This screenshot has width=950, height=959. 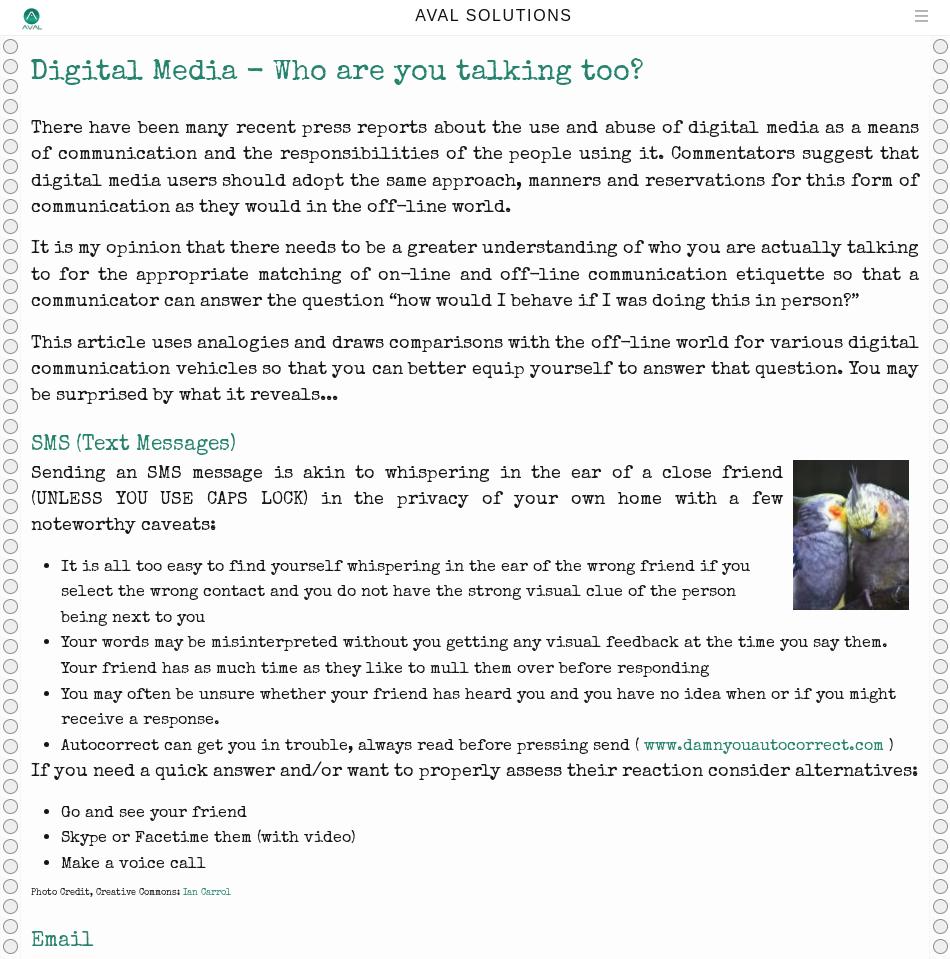 I want to click on 'Your words may be misinterpreted without you getting any visual feedback at the time you say them. Your friend has as much time as they like to mull them over before responding', so click(x=473, y=654).